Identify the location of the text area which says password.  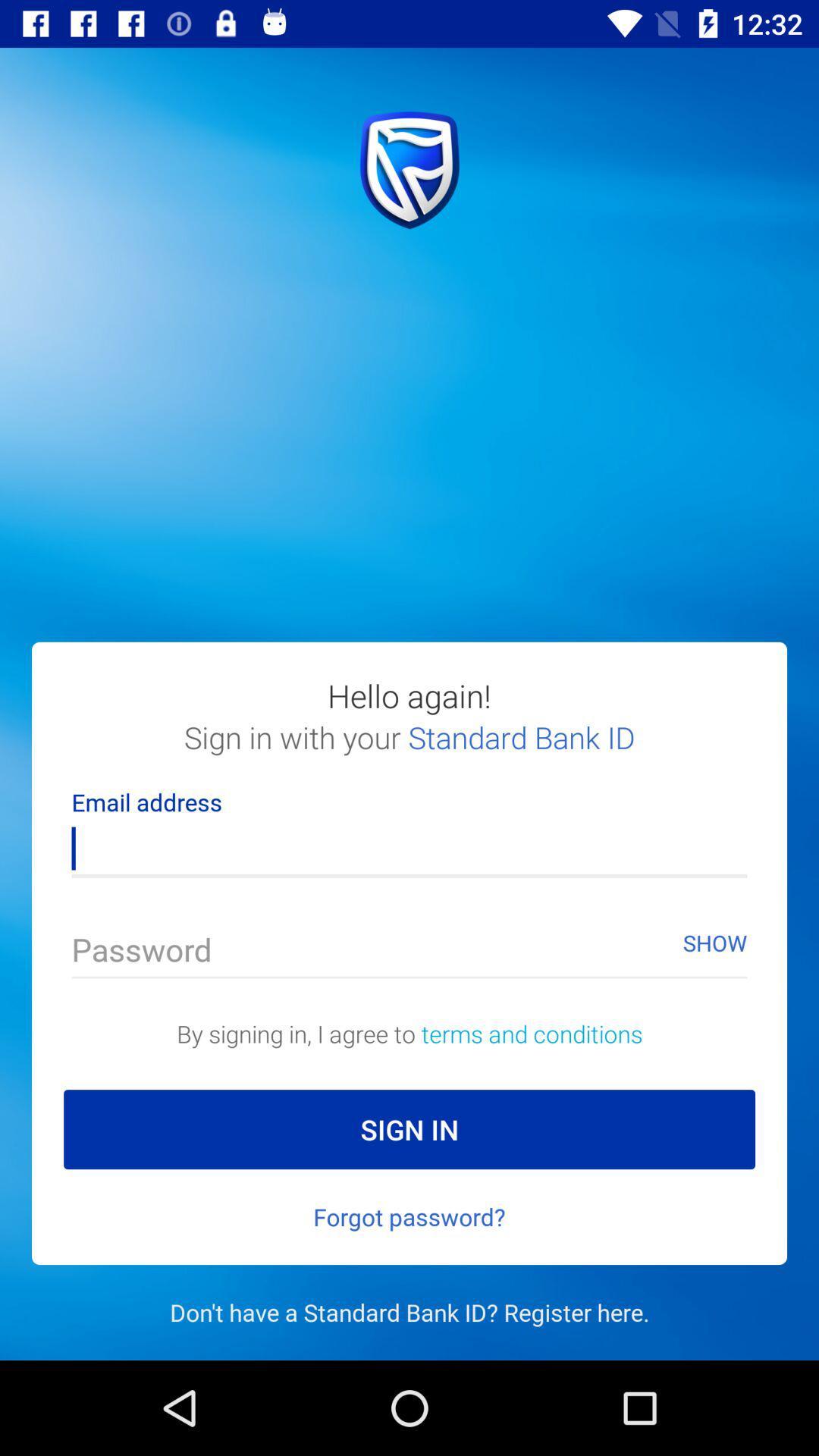
(409, 942).